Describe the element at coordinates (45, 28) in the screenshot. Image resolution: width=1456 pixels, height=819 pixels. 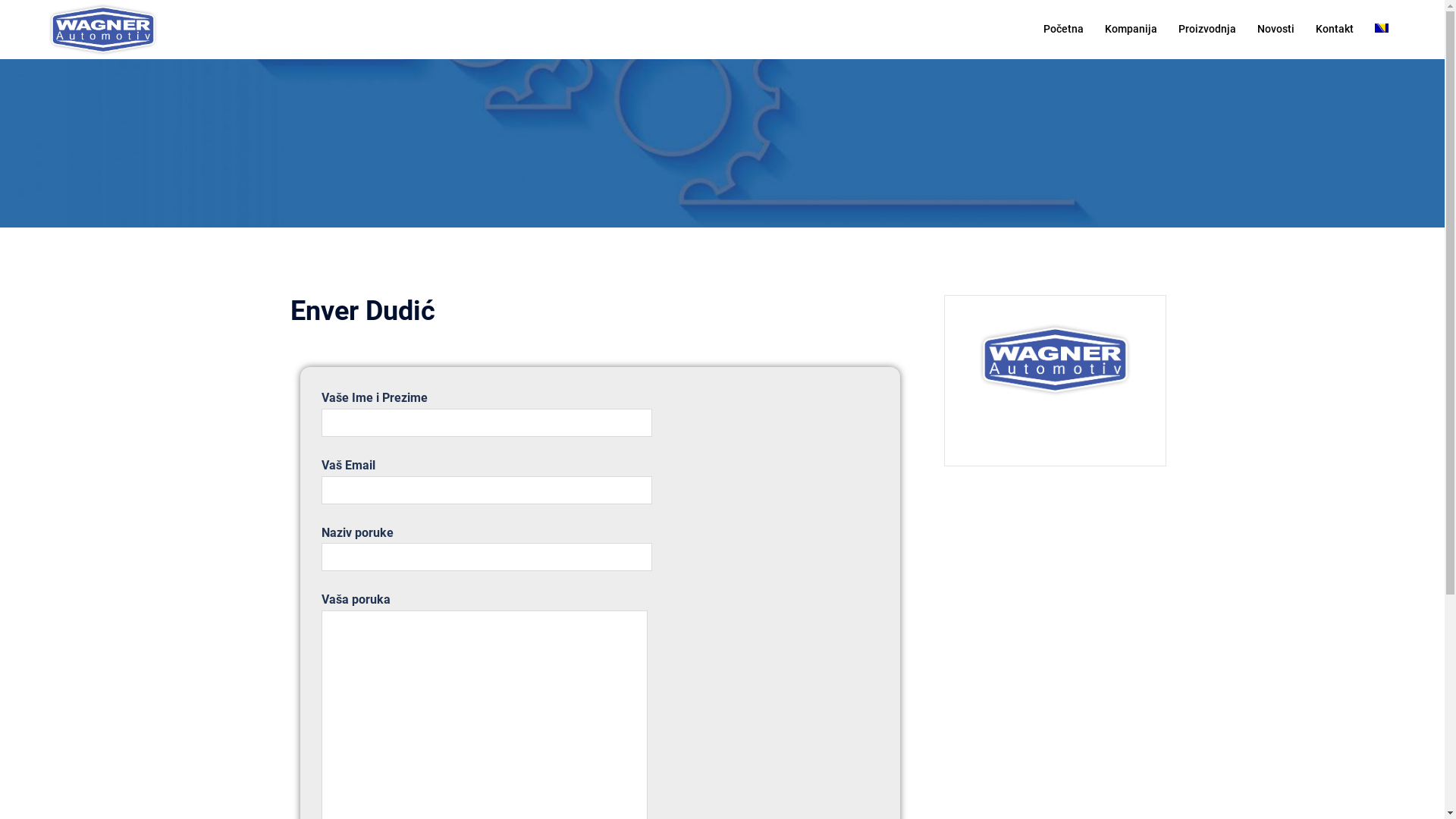
I see `'WAGNER AUTOMOTIV'` at that location.